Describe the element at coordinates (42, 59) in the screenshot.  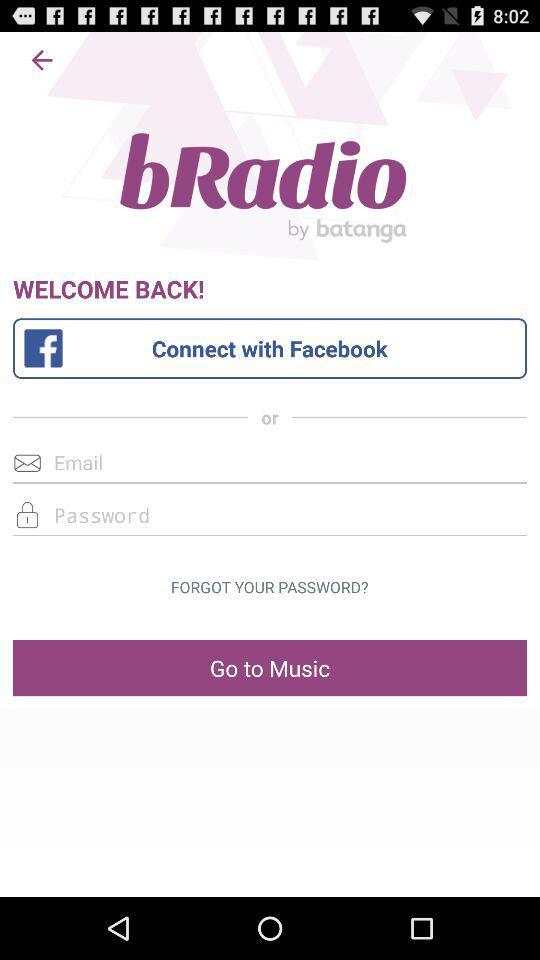
I see `go back` at that location.